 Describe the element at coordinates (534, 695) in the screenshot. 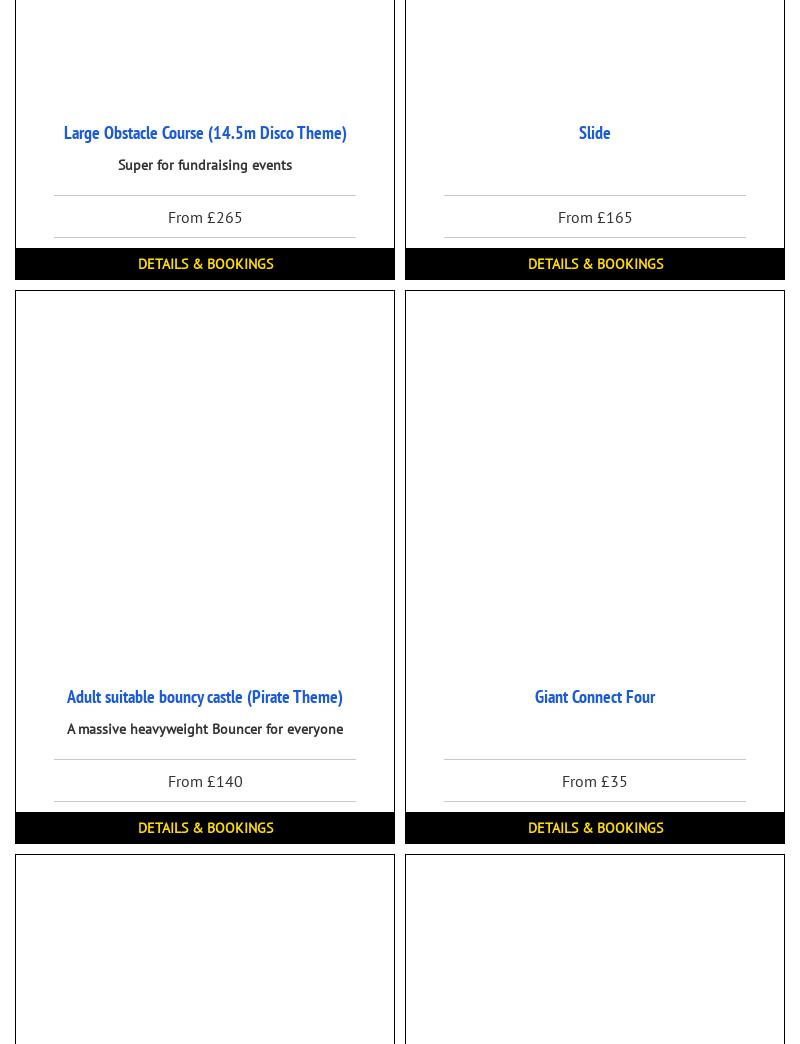

I see `'Giant Connect Four'` at that location.